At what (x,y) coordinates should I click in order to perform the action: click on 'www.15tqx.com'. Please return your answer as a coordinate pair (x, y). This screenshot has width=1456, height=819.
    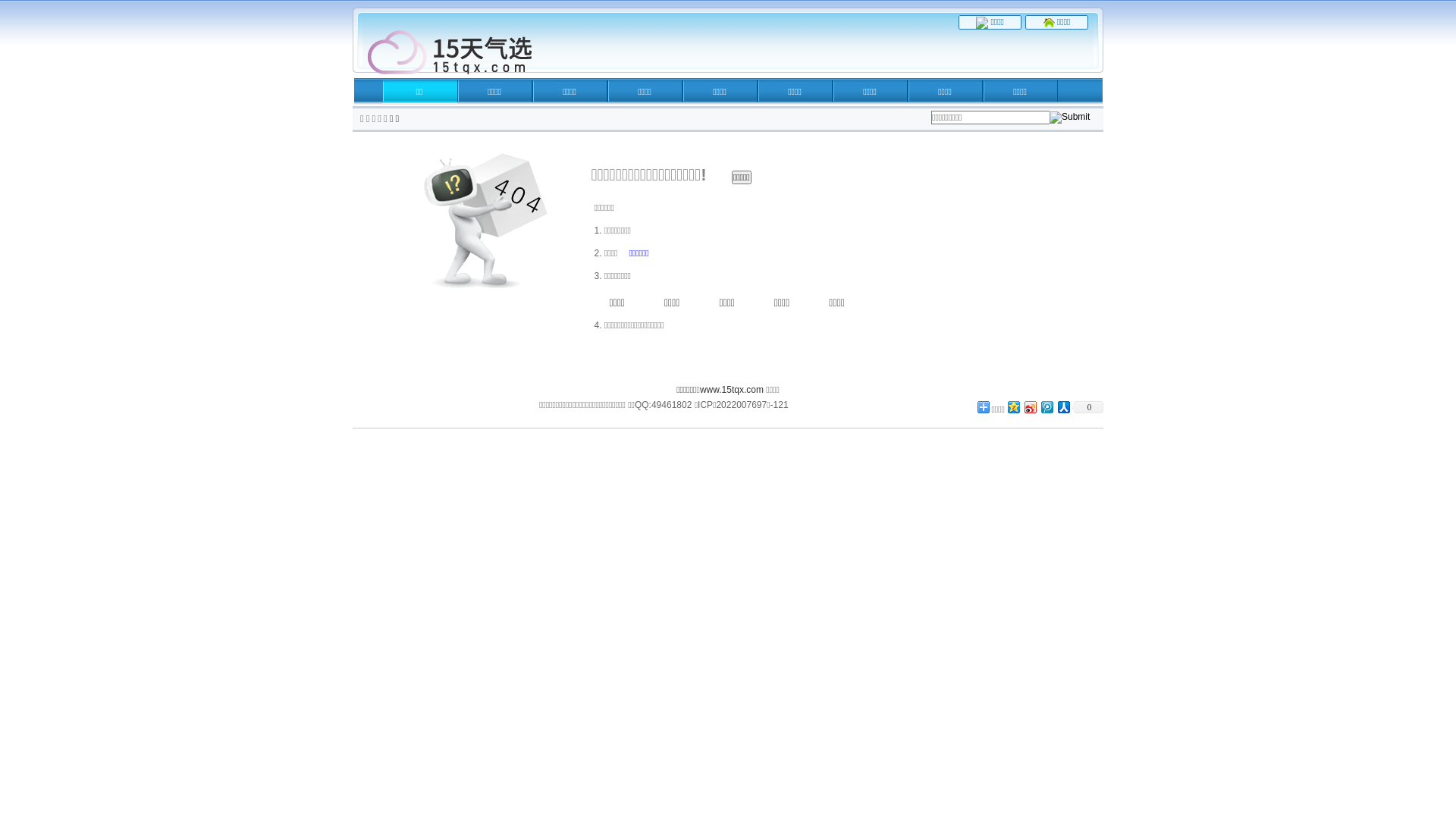
    Looking at the image, I should click on (731, 388).